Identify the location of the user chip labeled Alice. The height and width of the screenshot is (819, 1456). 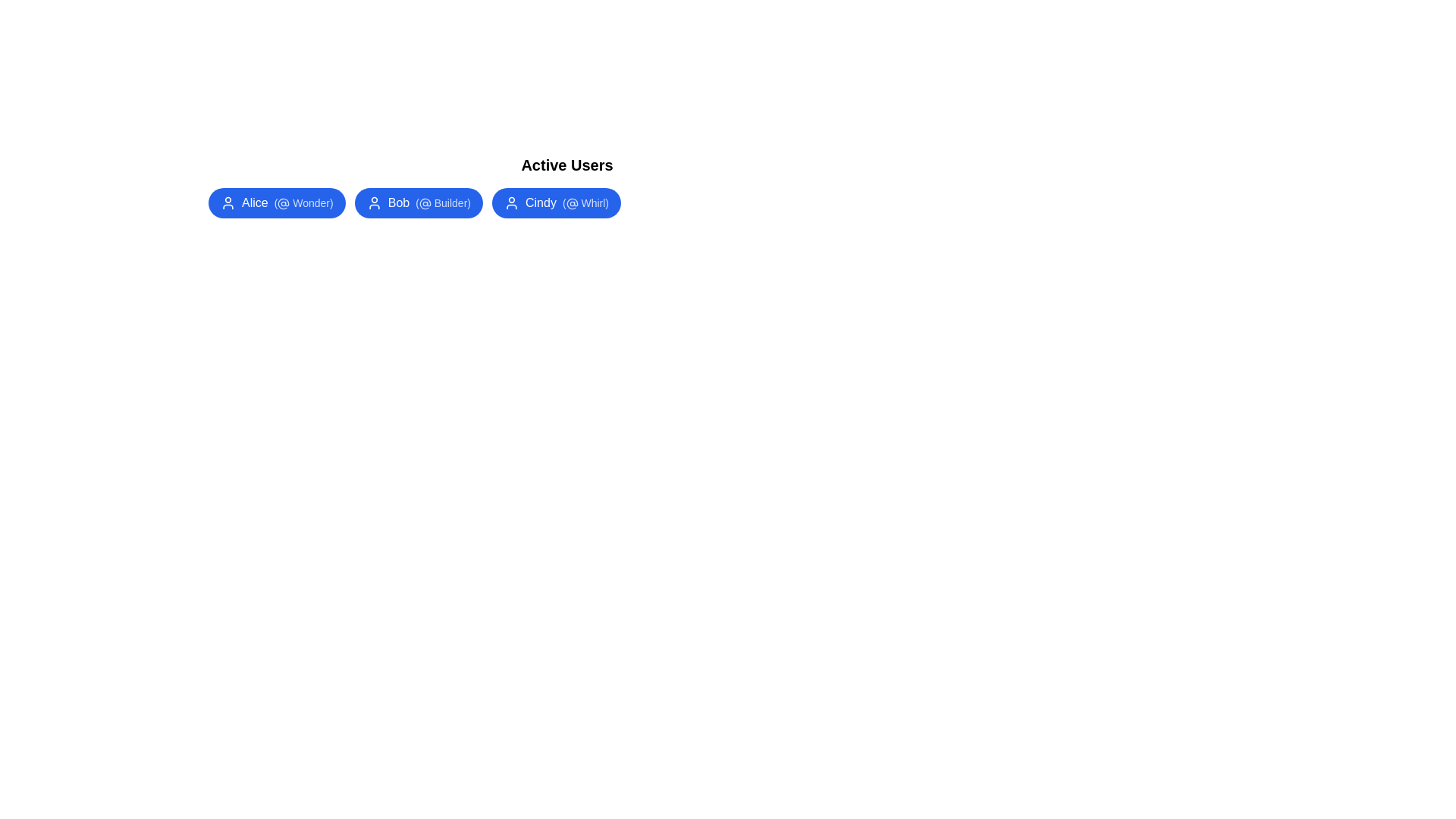
(276, 202).